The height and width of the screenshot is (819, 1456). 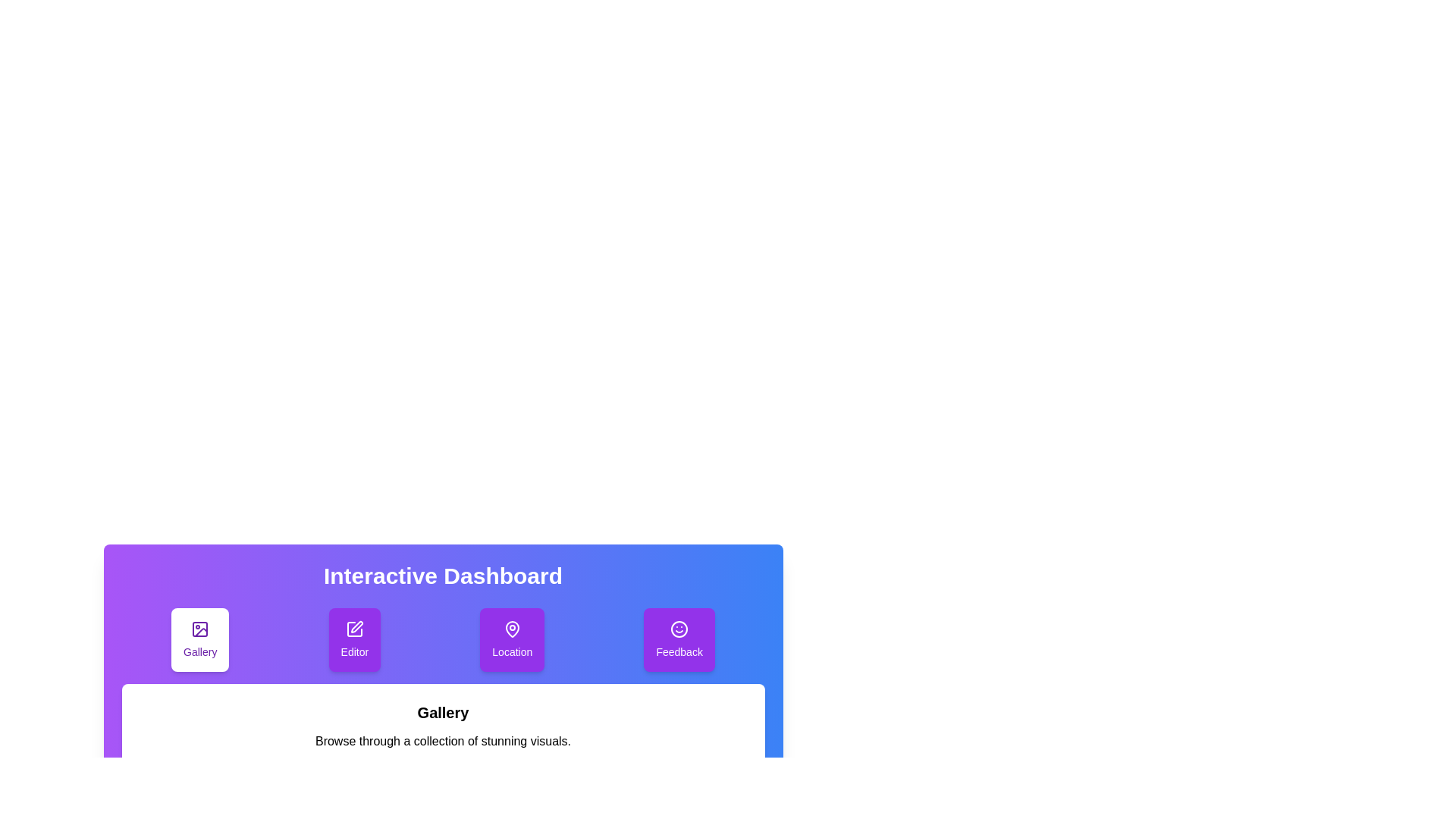 What do you see at coordinates (353, 640) in the screenshot?
I see `the tab labeled Editor by clicking on its button` at bounding box center [353, 640].